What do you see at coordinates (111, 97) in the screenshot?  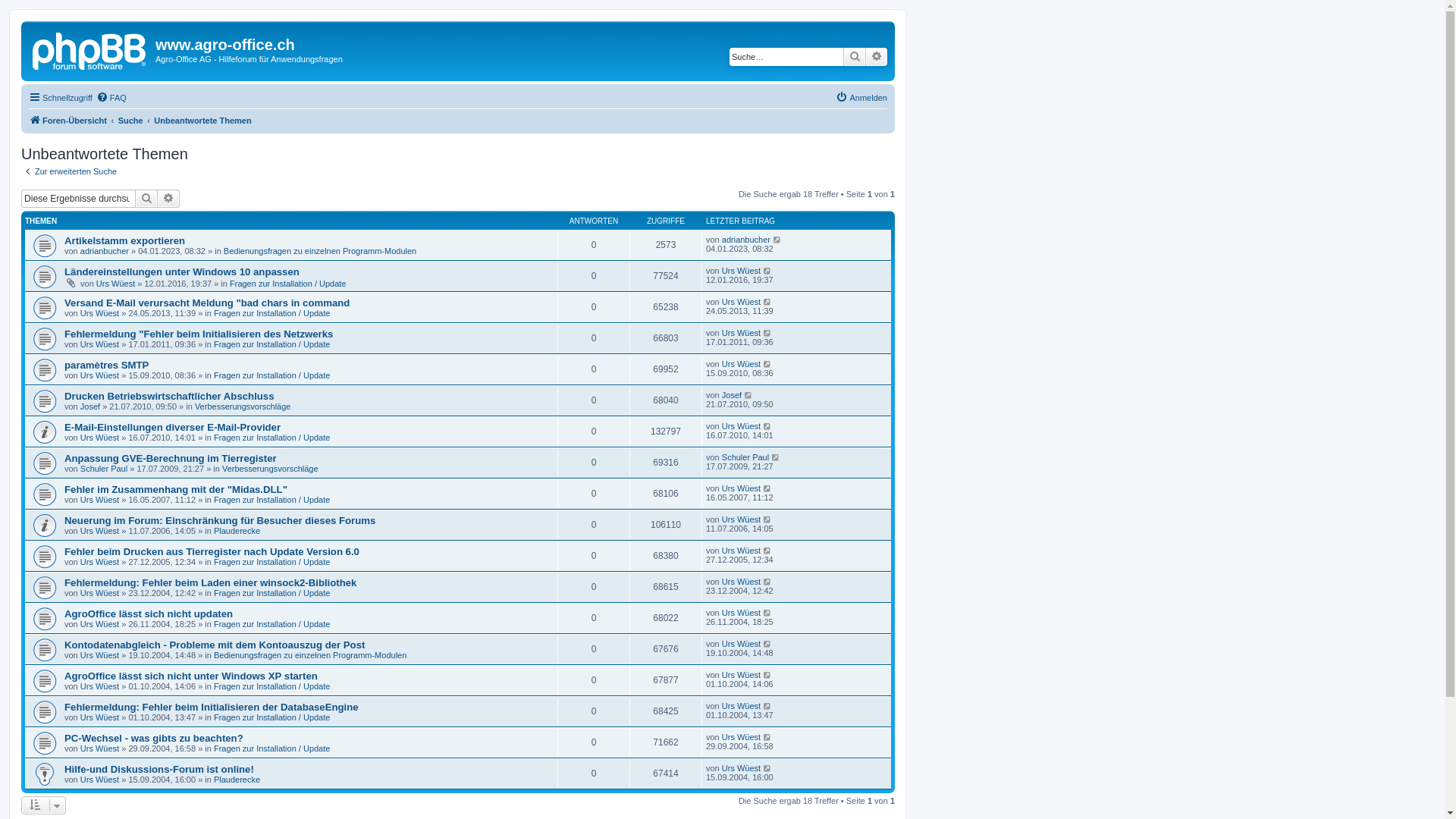 I see `'FAQ'` at bounding box center [111, 97].